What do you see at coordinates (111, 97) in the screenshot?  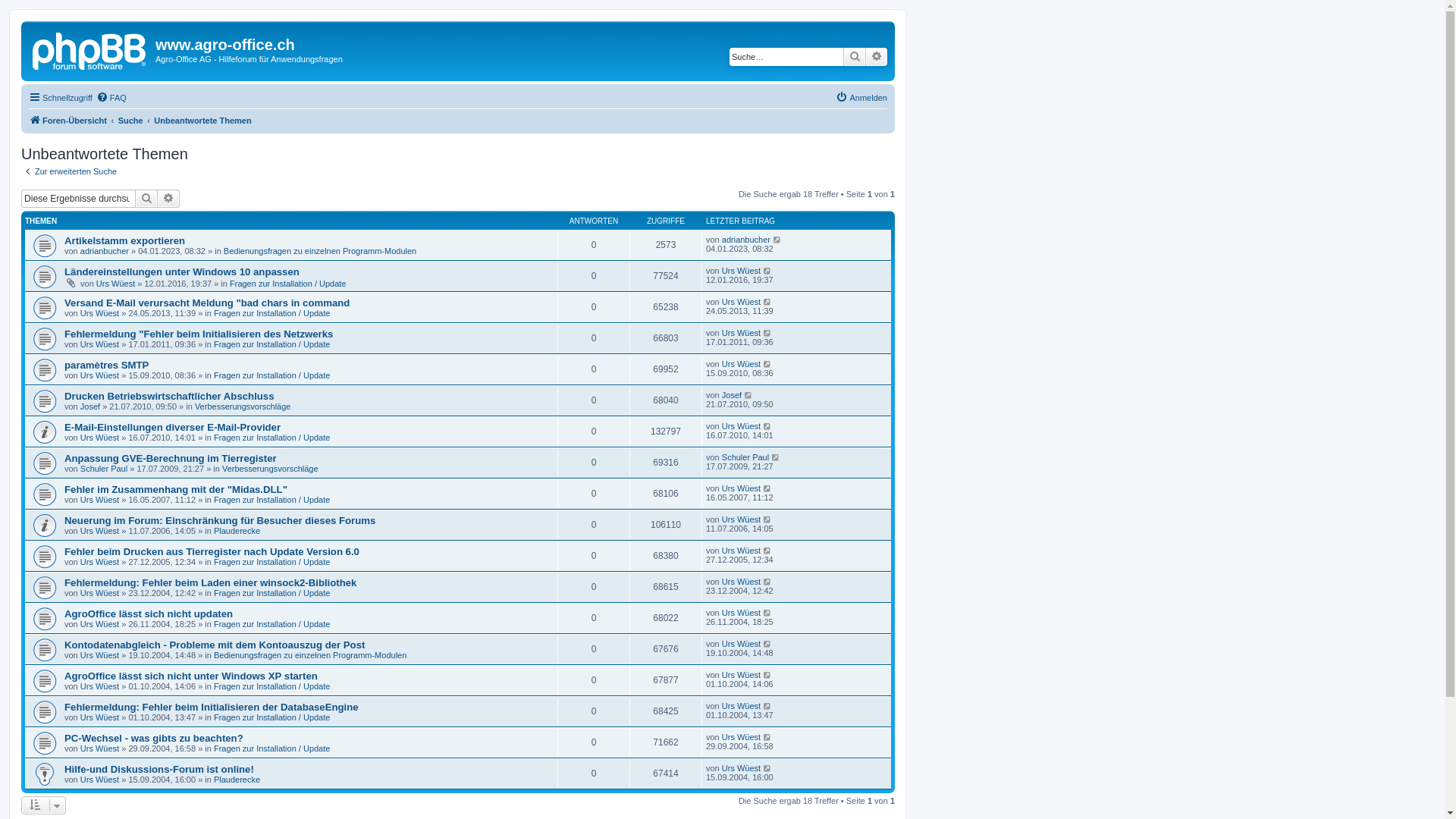 I see `'FAQ'` at bounding box center [111, 97].